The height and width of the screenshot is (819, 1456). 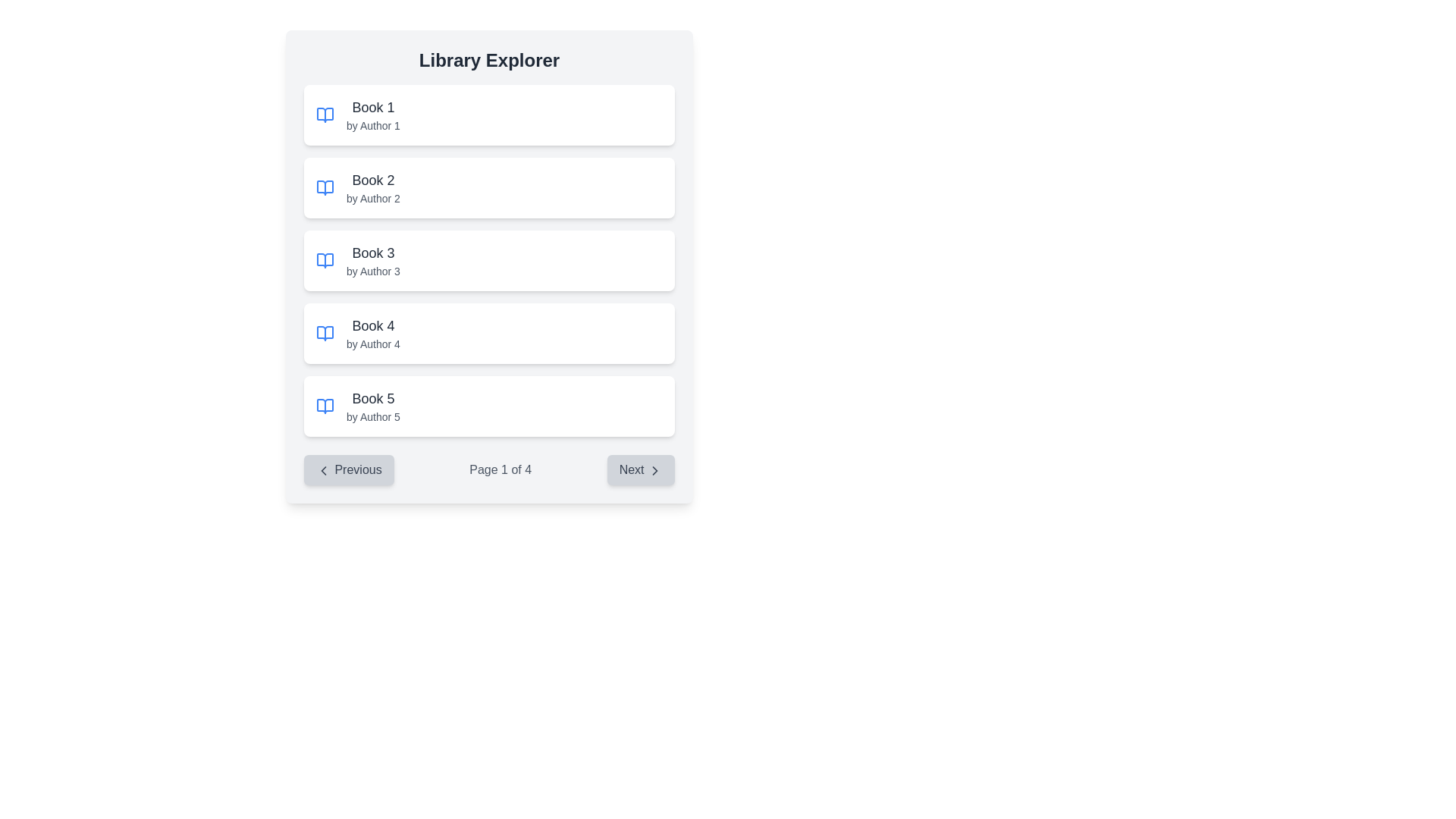 What do you see at coordinates (655, 469) in the screenshot?
I see `the navigation icon located in the bottom-right corner of the interface, specifically within the 'Next' button area` at bounding box center [655, 469].